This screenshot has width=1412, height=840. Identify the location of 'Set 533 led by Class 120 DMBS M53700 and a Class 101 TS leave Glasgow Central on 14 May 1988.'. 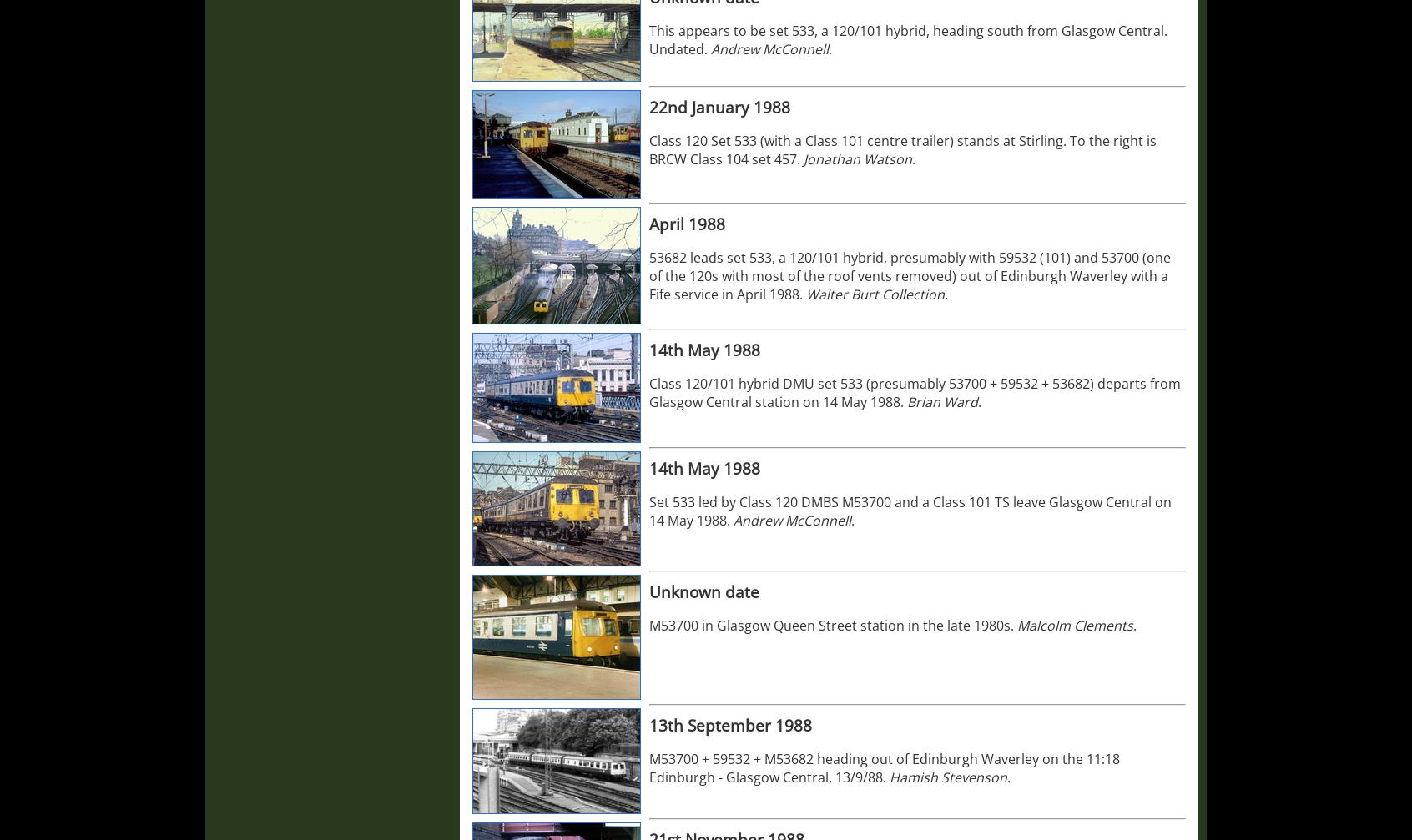
(910, 510).